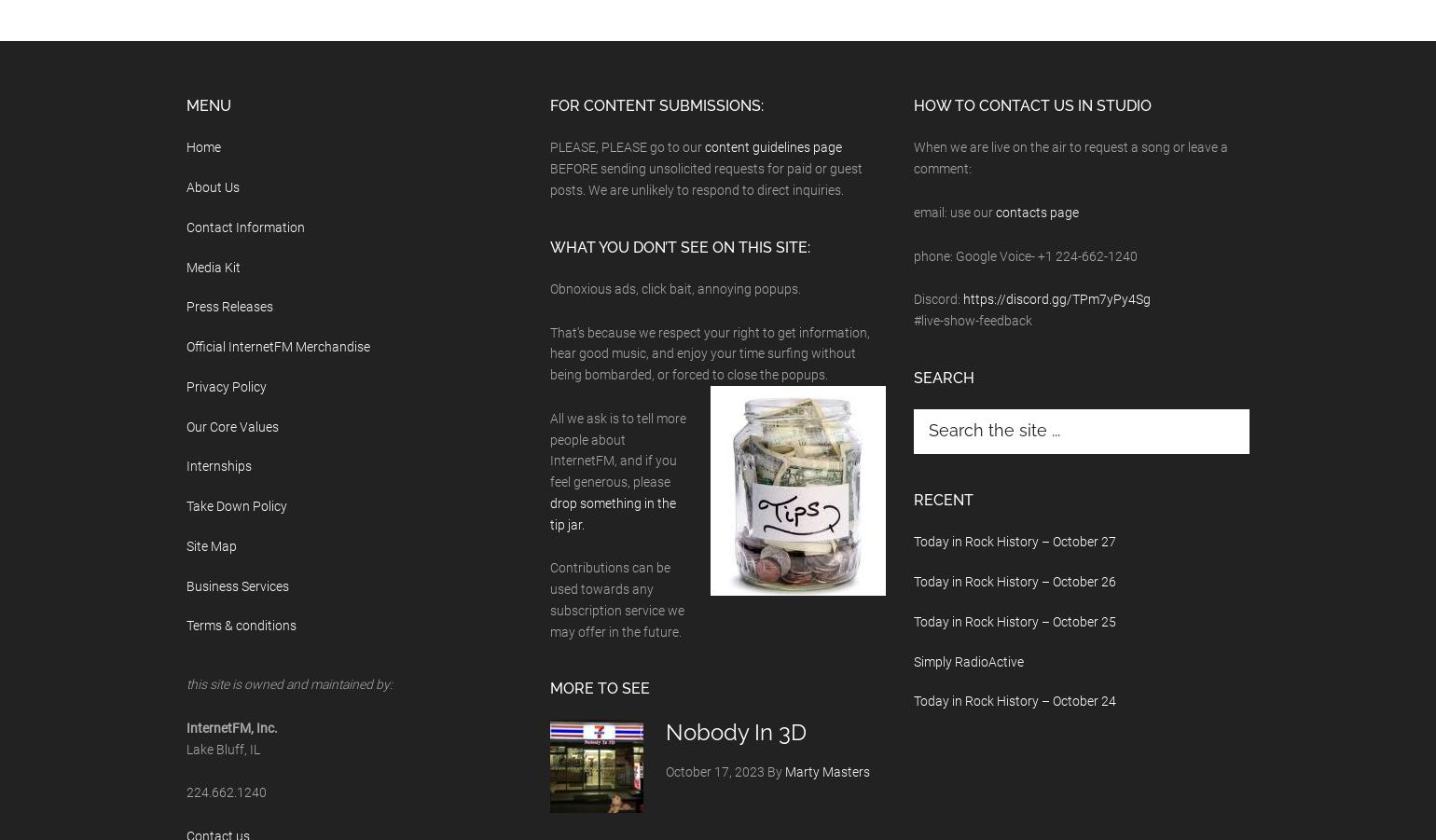 Image resolution: width=1436 pixels, height=840 pixels. I want to click on 'All we ask is to tell more people about InternetFM, and if you feel generous, please', so click(617, 449).